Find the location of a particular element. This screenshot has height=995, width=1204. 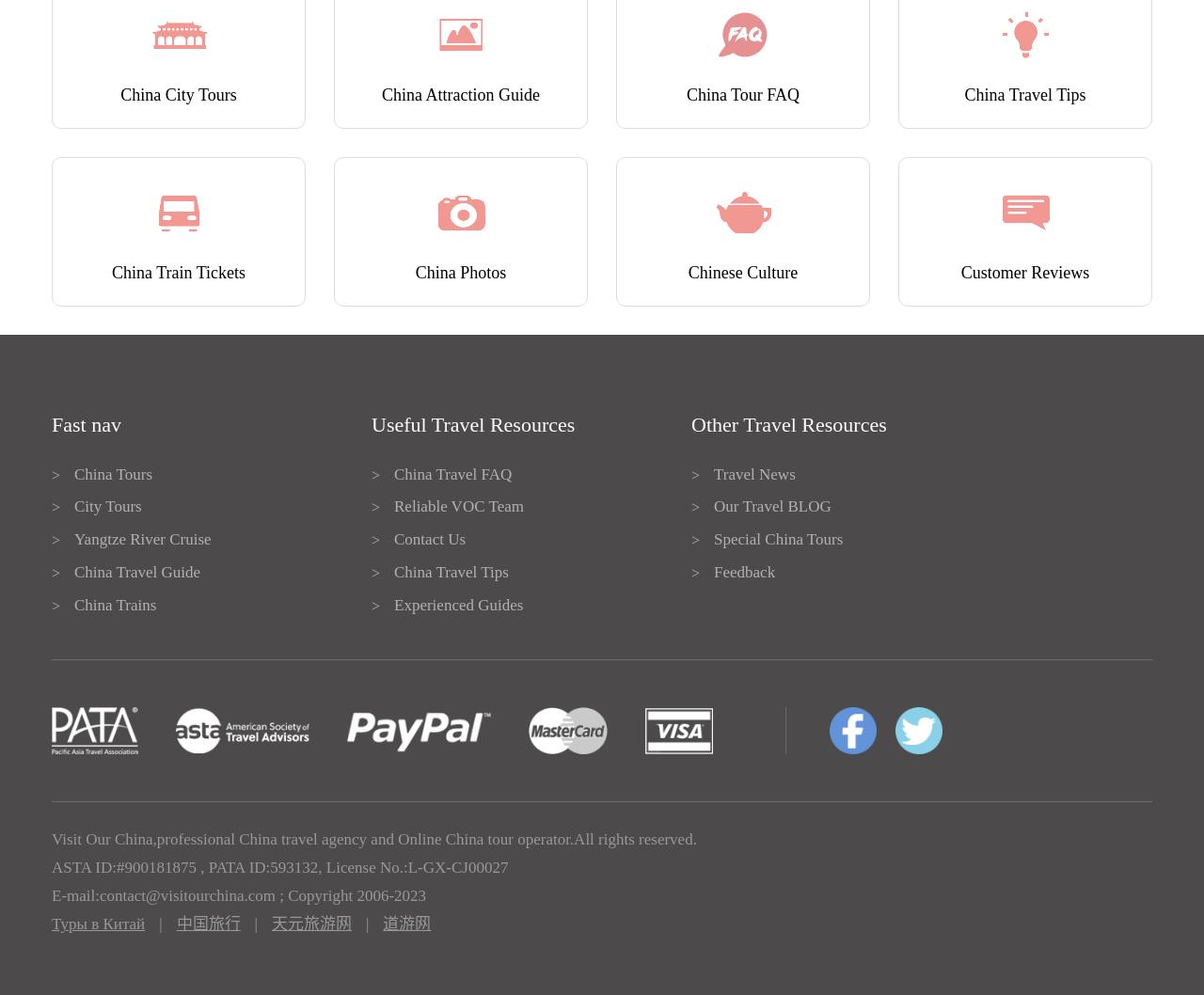

'Our Travel BLOG' is located at coordinates (771, 506).